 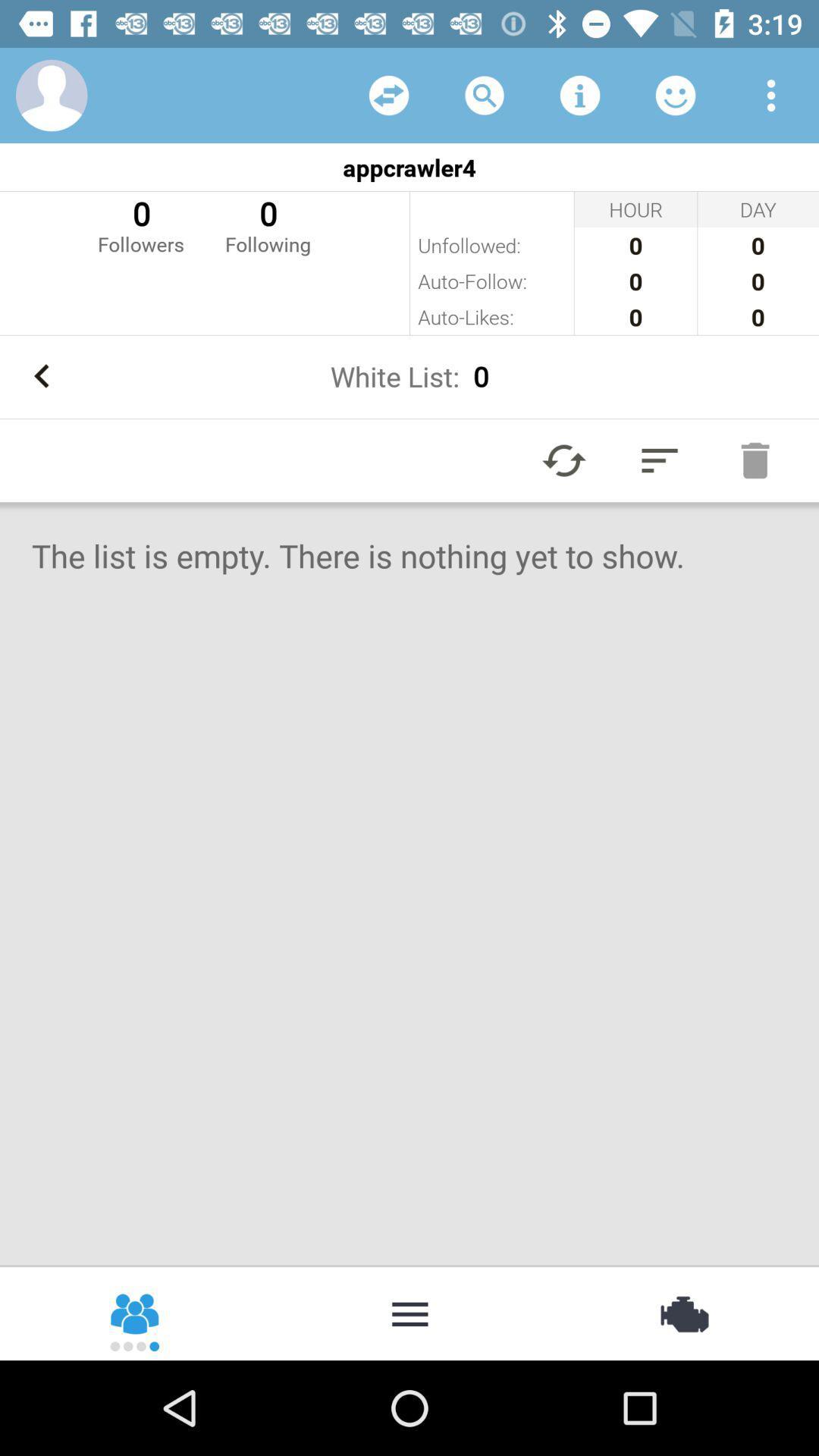 I want to click on the more icon, so click(x=409, y=1312).